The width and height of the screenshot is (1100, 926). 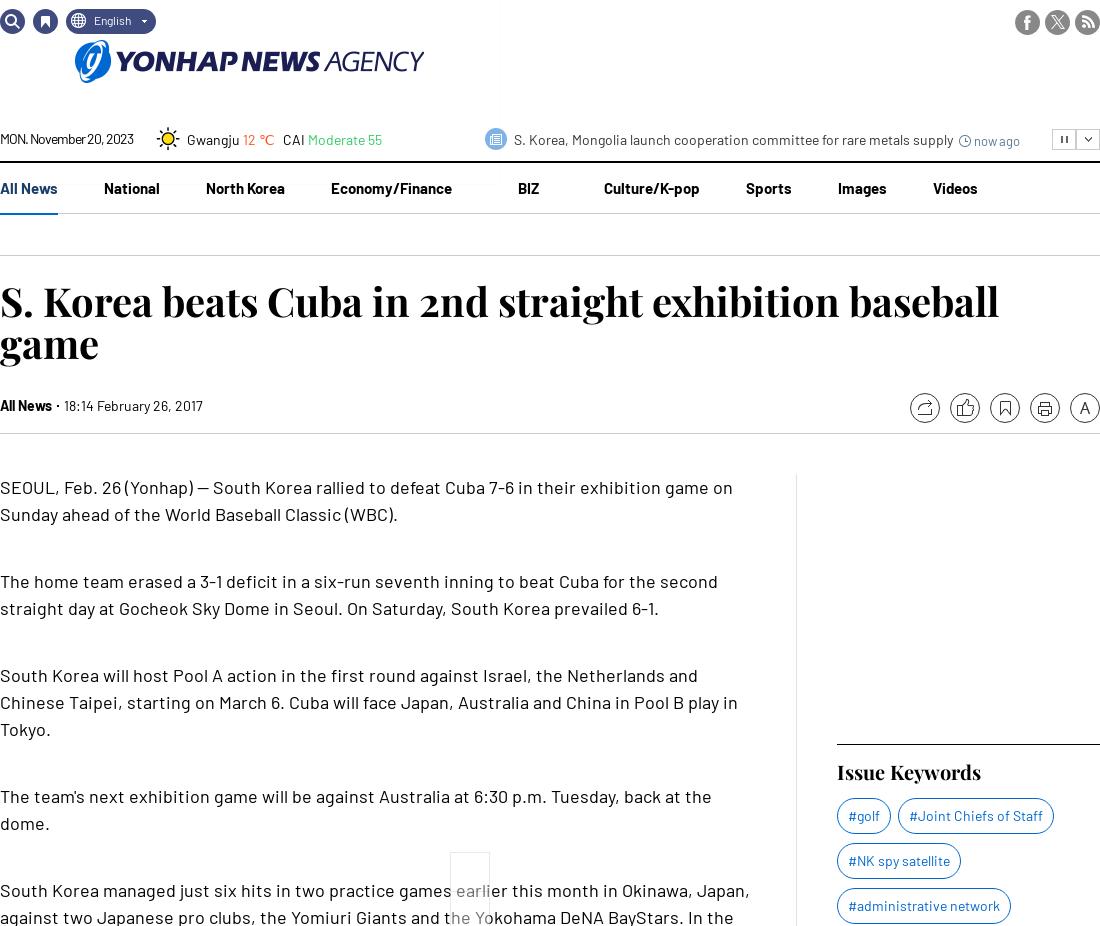 I want to click on 'Padres' Kim Ha-seong 'honored' to be 1st S. Korean to win Gold Glove', so click(x=722, y=48).